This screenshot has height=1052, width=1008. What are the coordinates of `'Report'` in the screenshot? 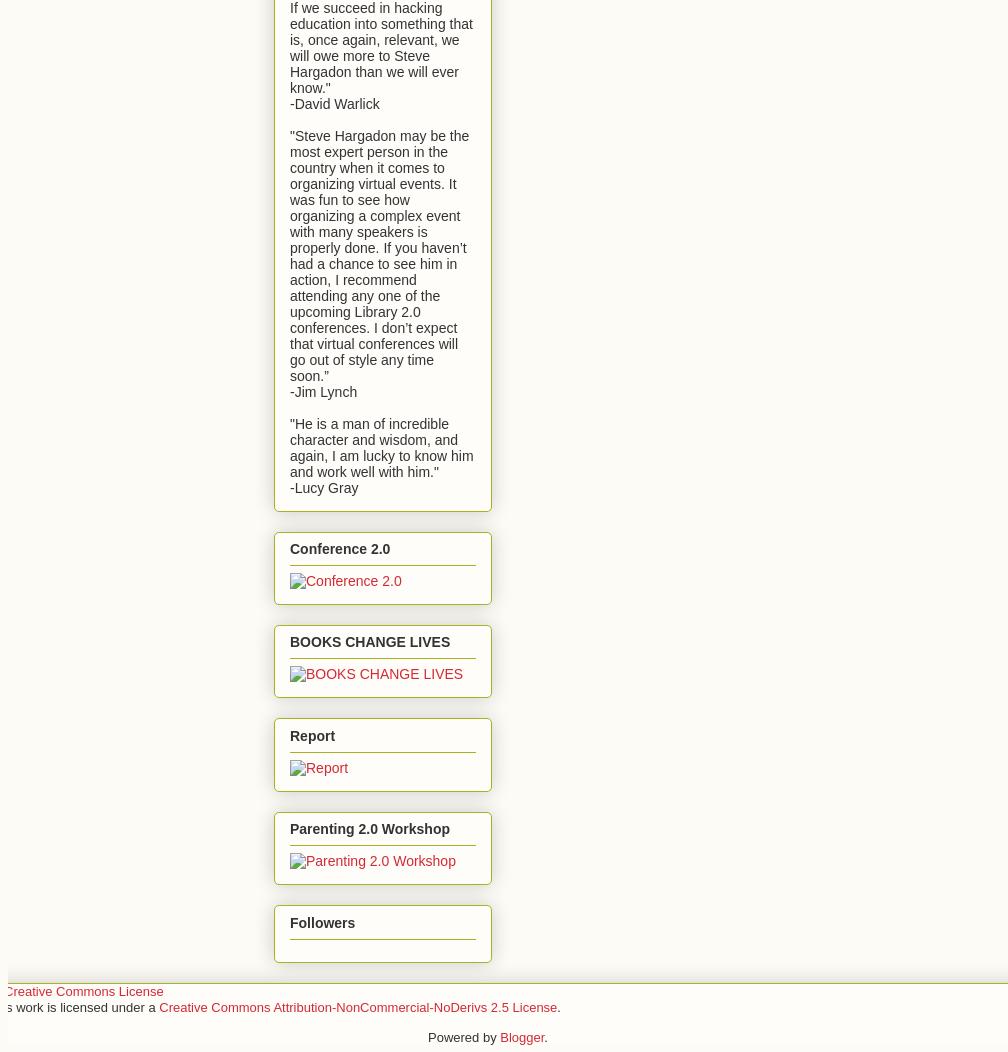 It's located at (312, 735).